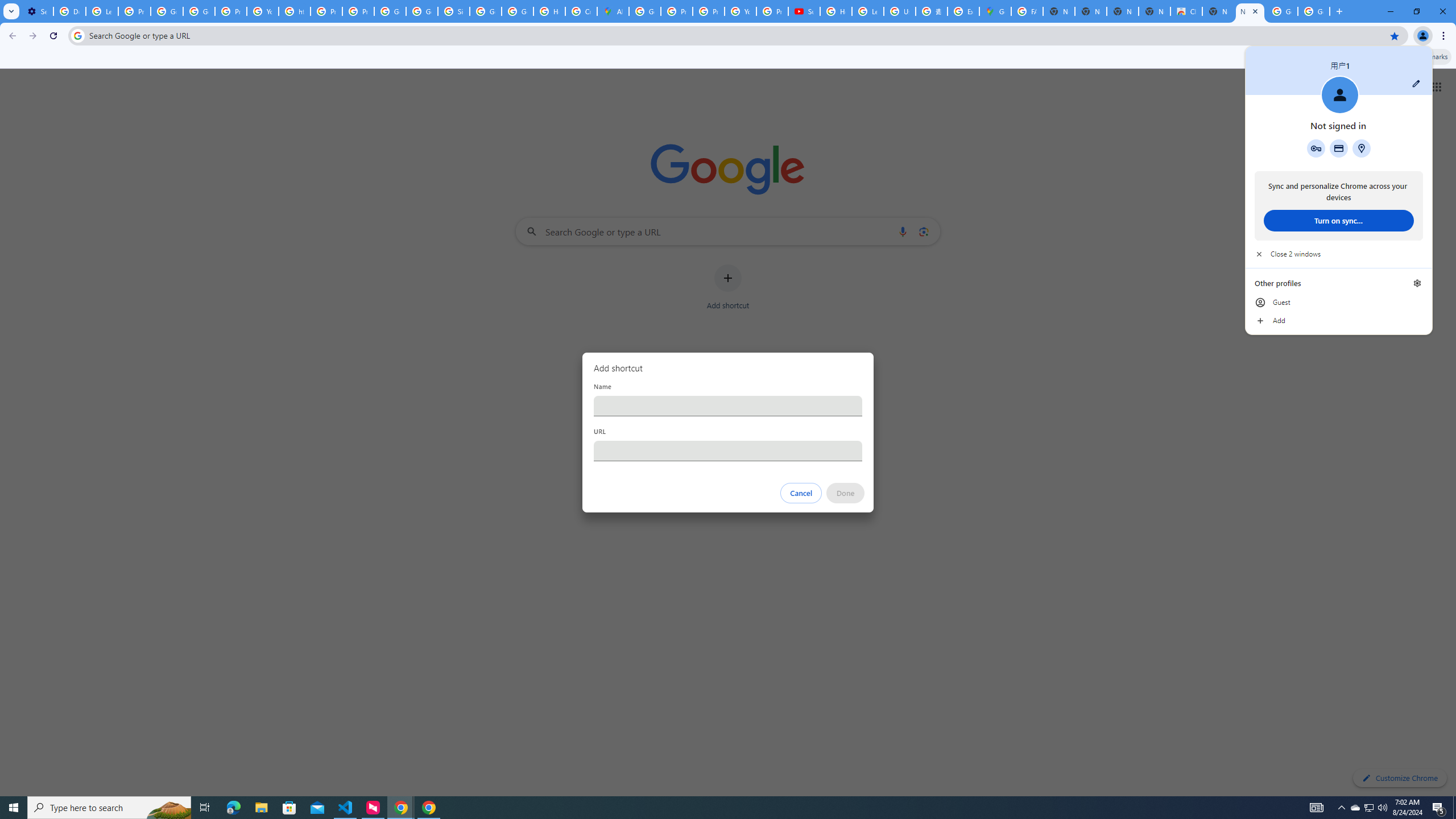 This screenshot has width=1456, height=819. I want to click on 'Google Chrome - 1 running window', so click(428, 806).